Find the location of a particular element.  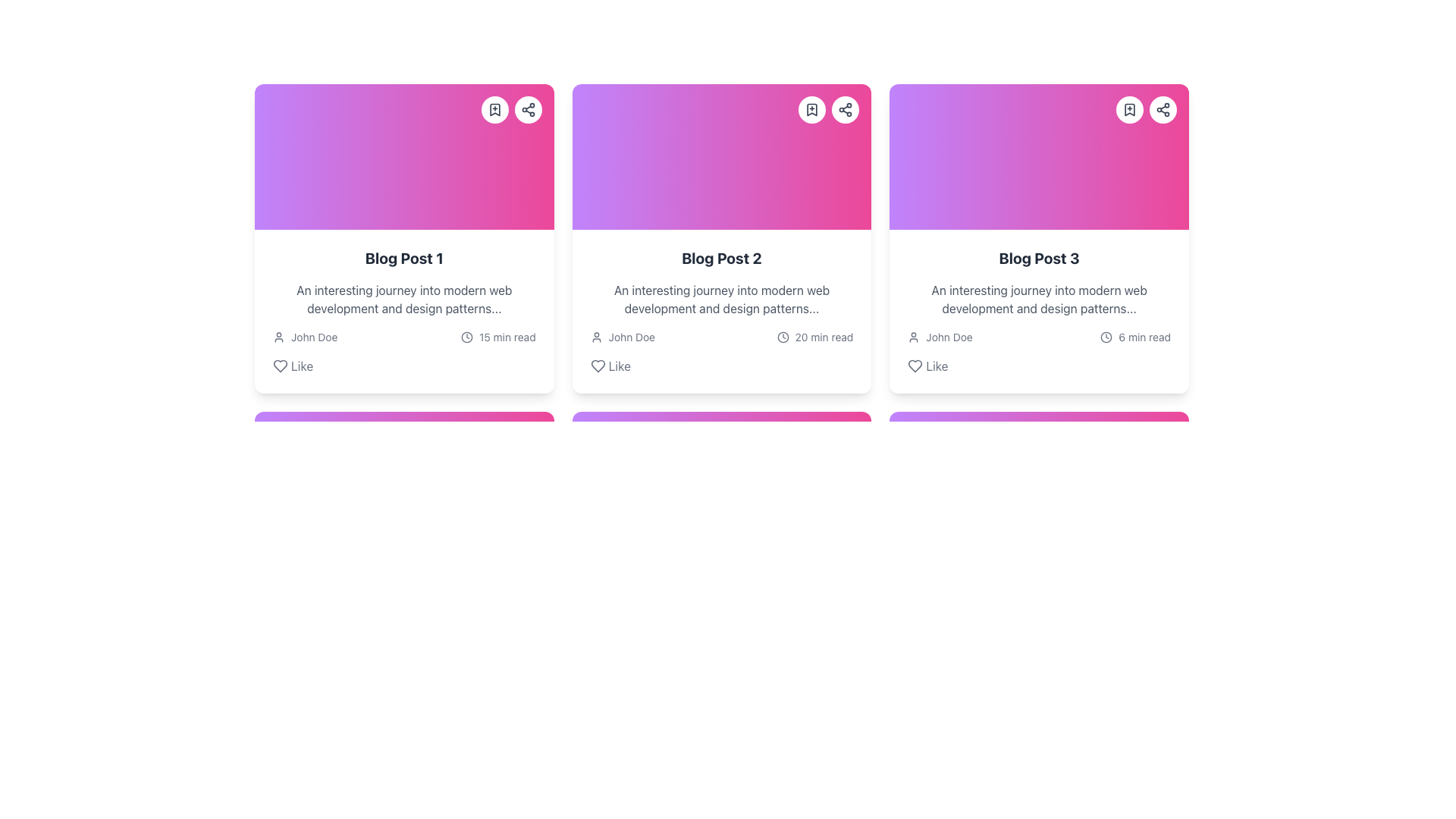

the heart-shaped icon located at the bottom left corner of the first card titled 'Blog Post 1' is located at coordinates (280, 366).